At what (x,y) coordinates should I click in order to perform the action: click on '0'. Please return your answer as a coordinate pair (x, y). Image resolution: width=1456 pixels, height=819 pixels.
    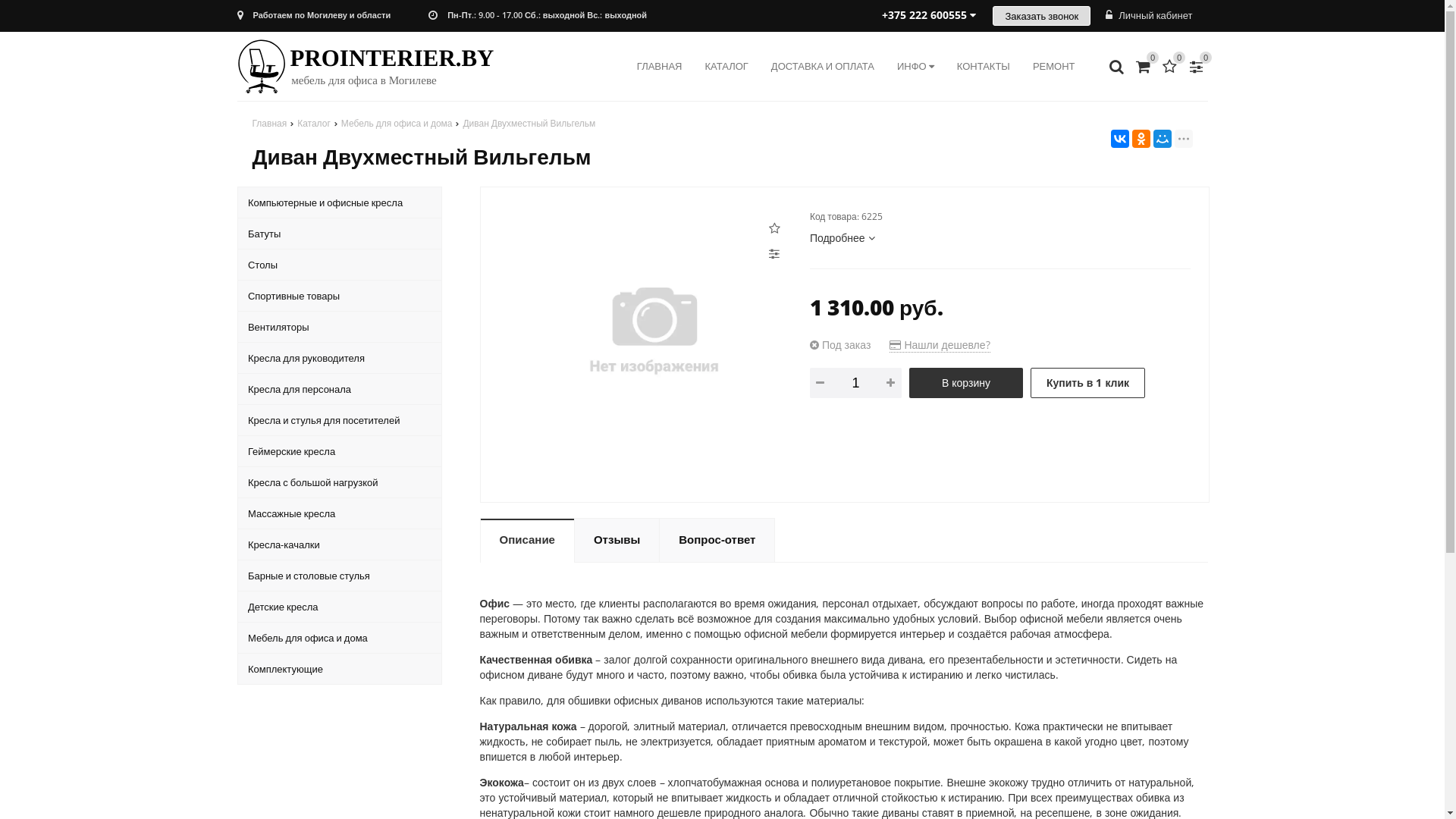
    Looking at the image, I should click on (1183, 65).